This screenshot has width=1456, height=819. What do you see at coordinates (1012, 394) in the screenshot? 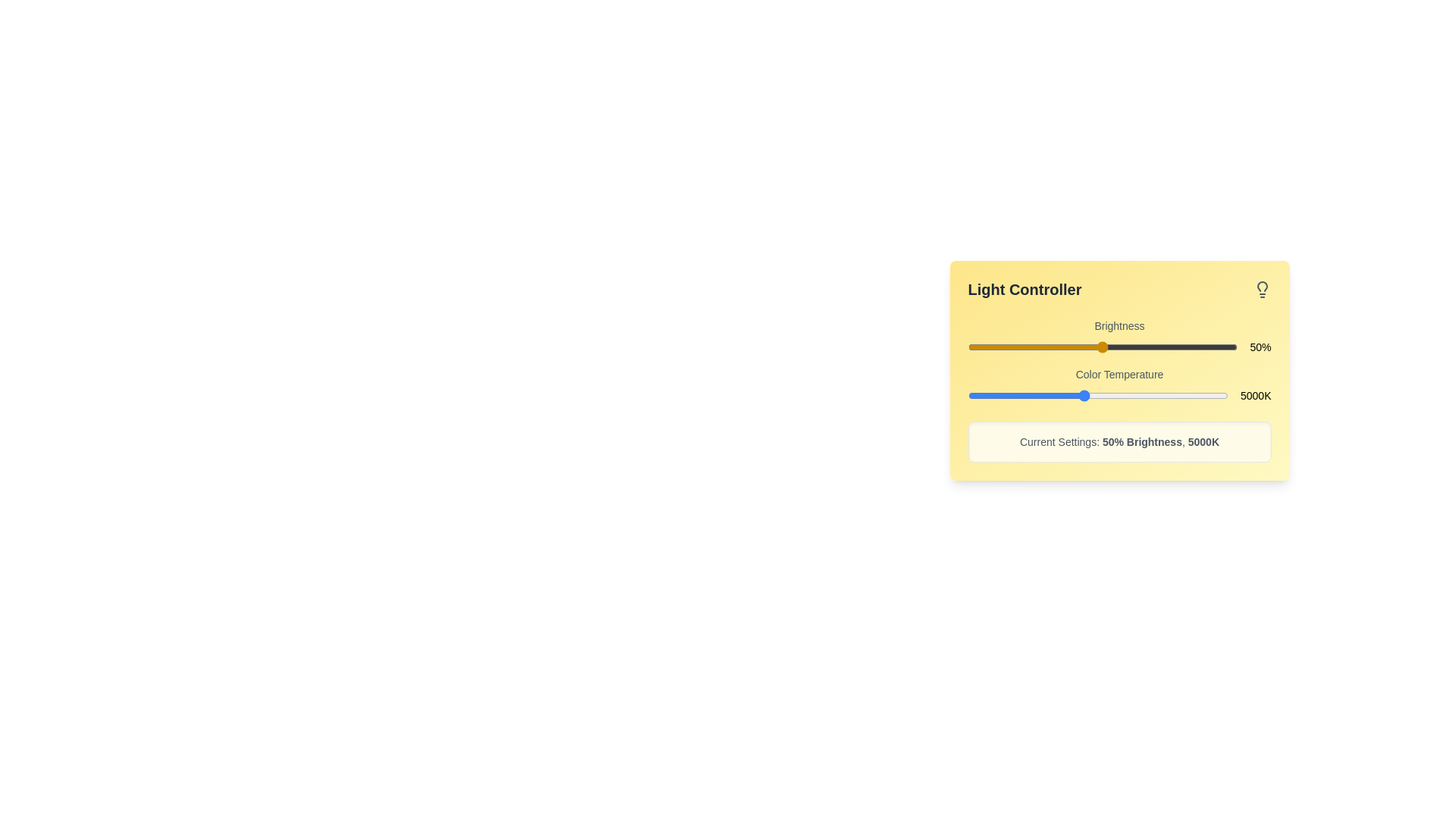
I see `the color temperature slider to set the value to 2543 K` at bounding box center [1012, 394].